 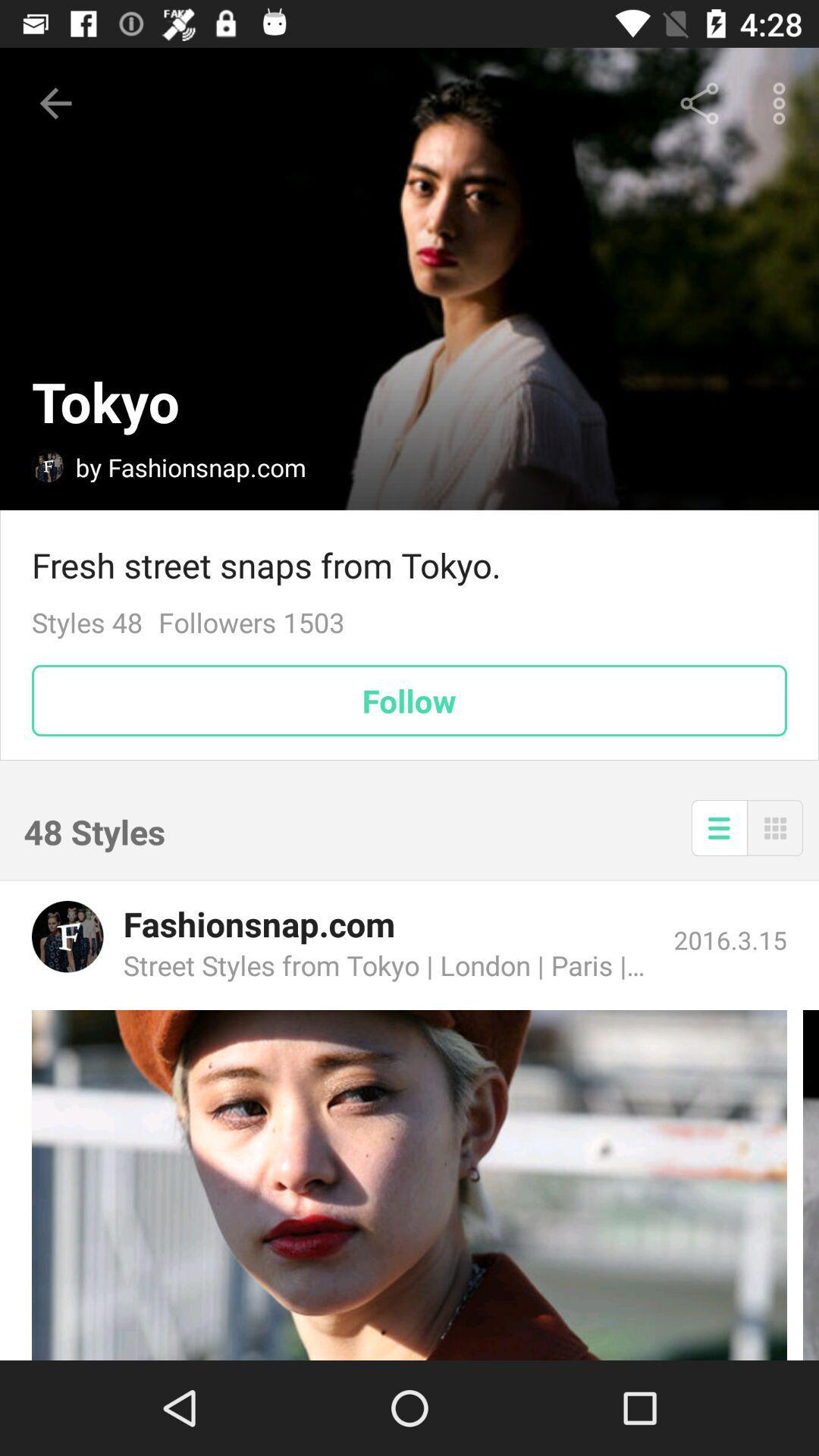 I want to click on the item above the fresh street snaps item, so click(x=783, y=102).